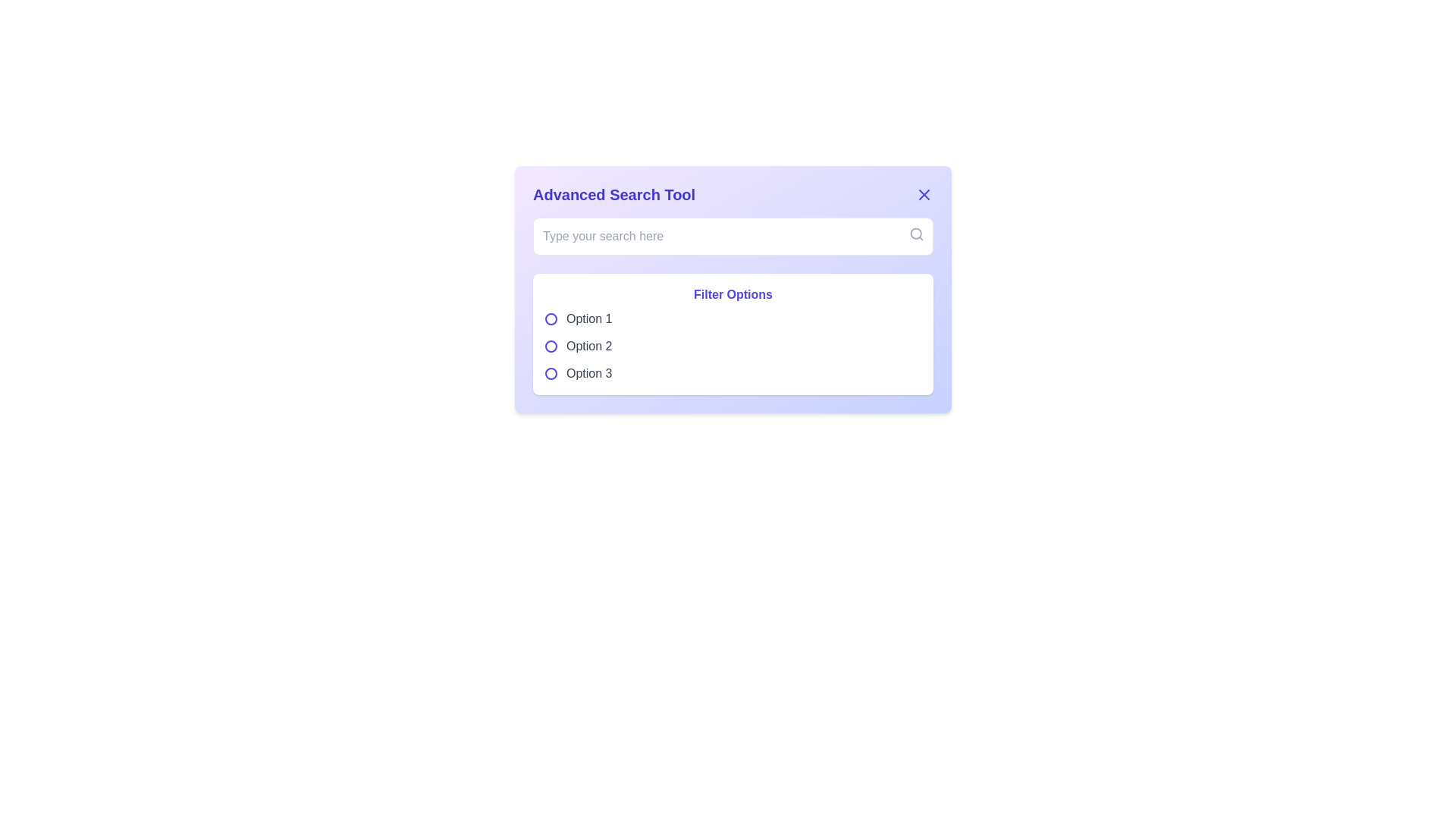 The width and height of the screenshot is (1456, 819). What do you see at coordinates (916, 234) in the screenshot?
I see `search icon located at the top-right corner inside the input field with placeholder text 'Type your search here' for design consistency` at bounding box center [916, 234].